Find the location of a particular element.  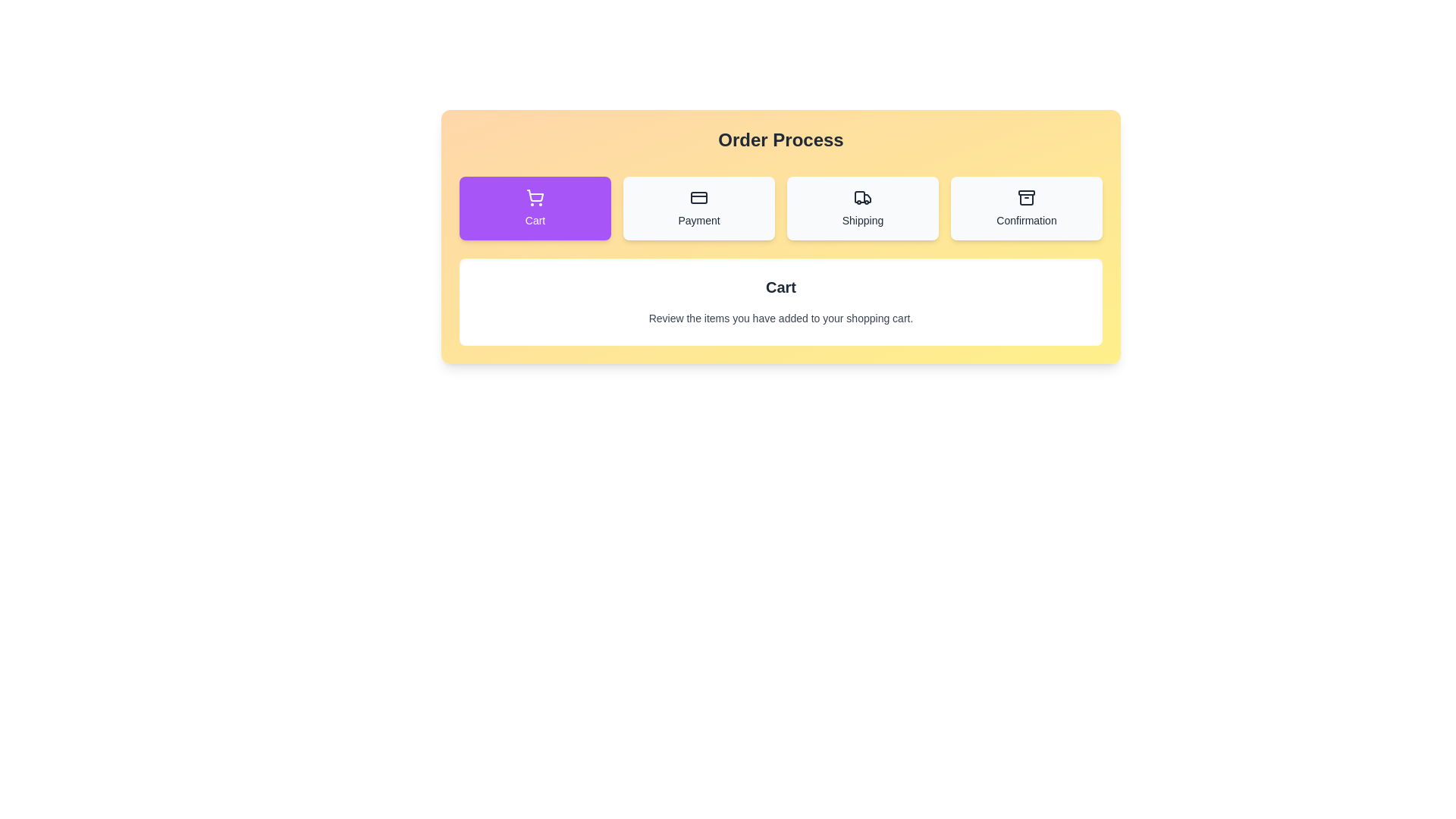

the 'Payment' button to view payment options is located at coordinates (698, 208).